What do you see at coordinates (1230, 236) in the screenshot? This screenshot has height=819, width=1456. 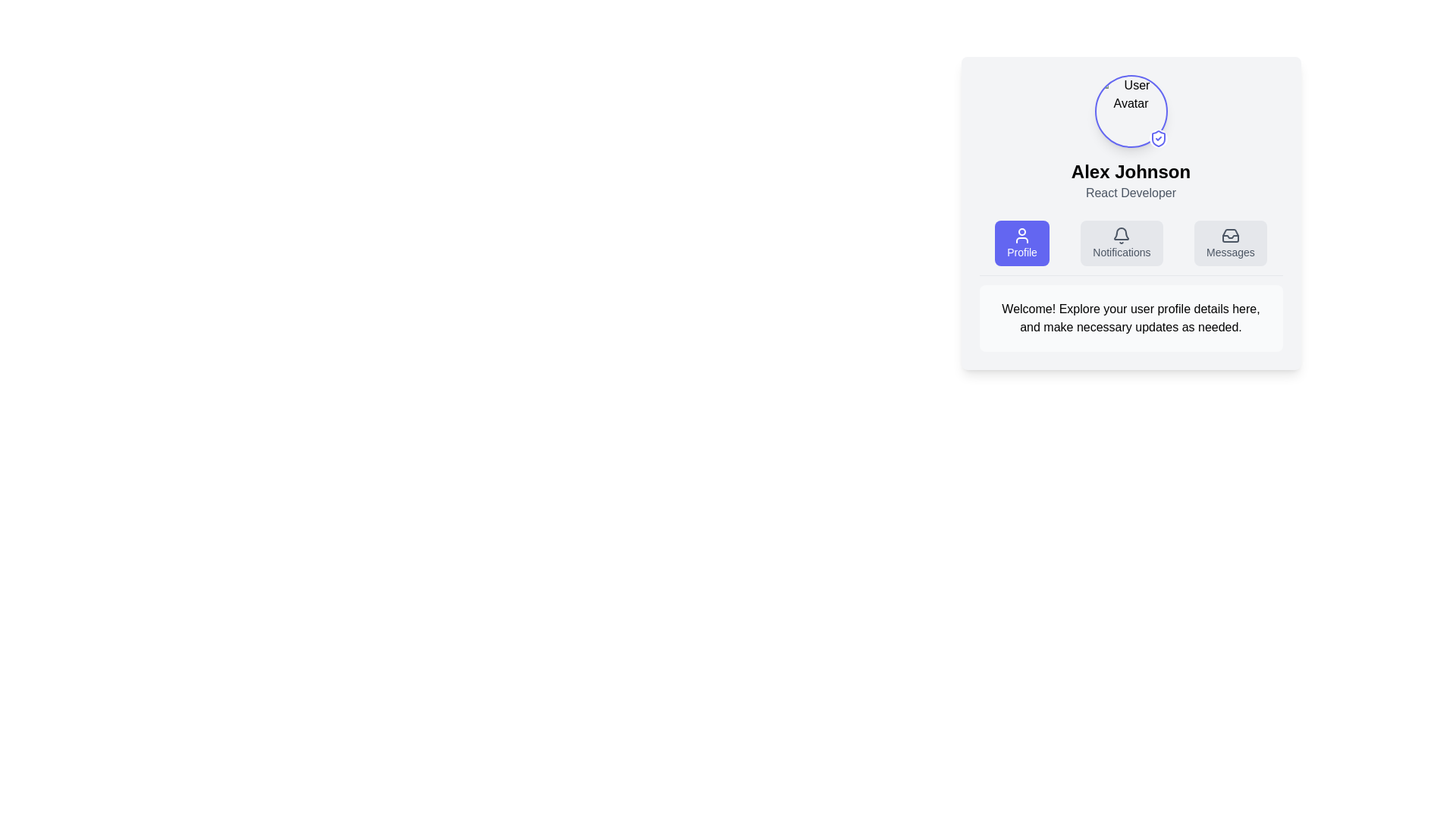 I see `the 'Messages' button, which is the third button in a horizontal group under the user profile section` at bounding box center [1230, 236].